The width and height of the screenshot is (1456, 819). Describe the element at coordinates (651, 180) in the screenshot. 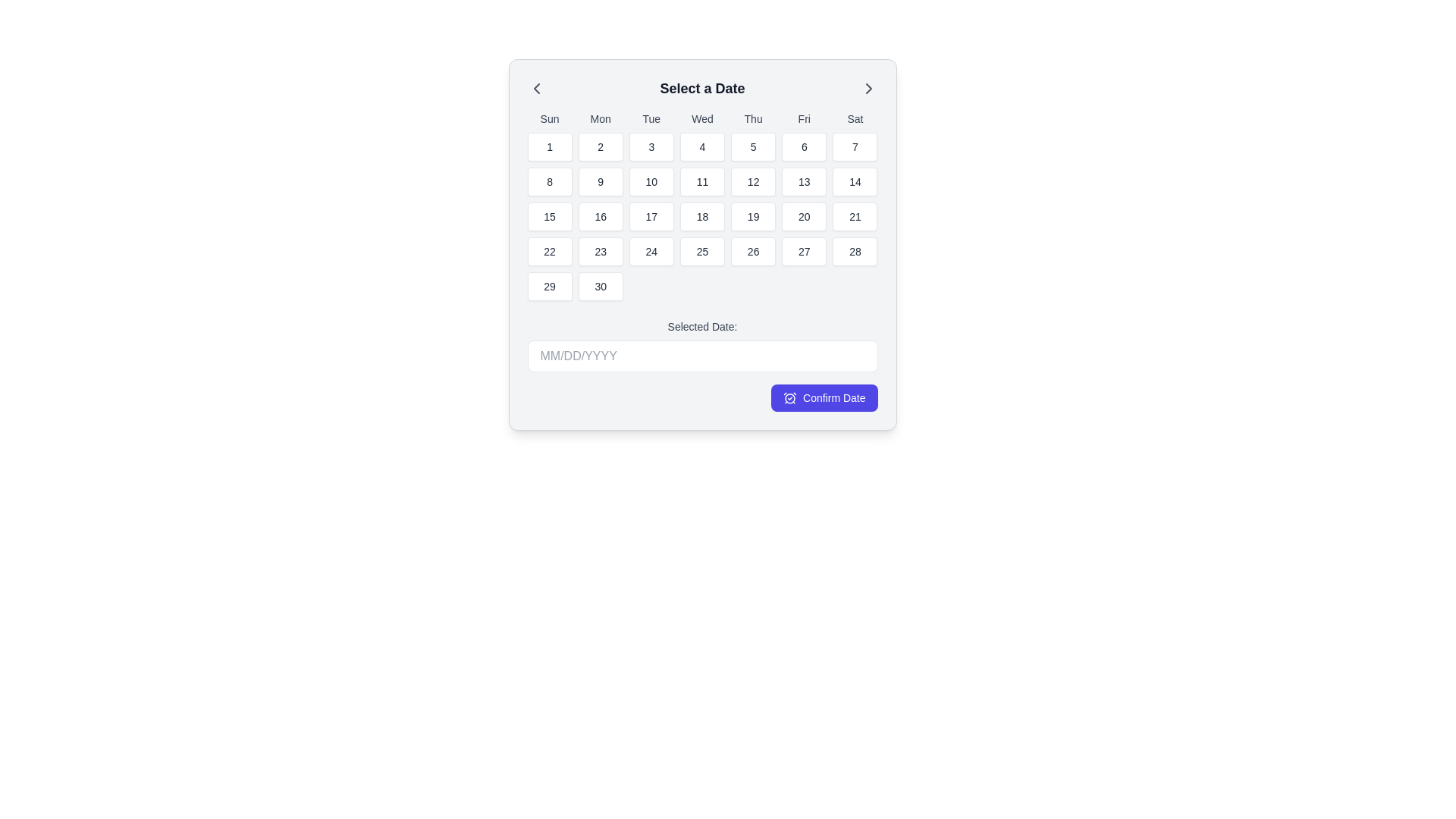

I see `the square button displaying the number '10' in a calendar grid layout under the heading 'Tue'` at that location.